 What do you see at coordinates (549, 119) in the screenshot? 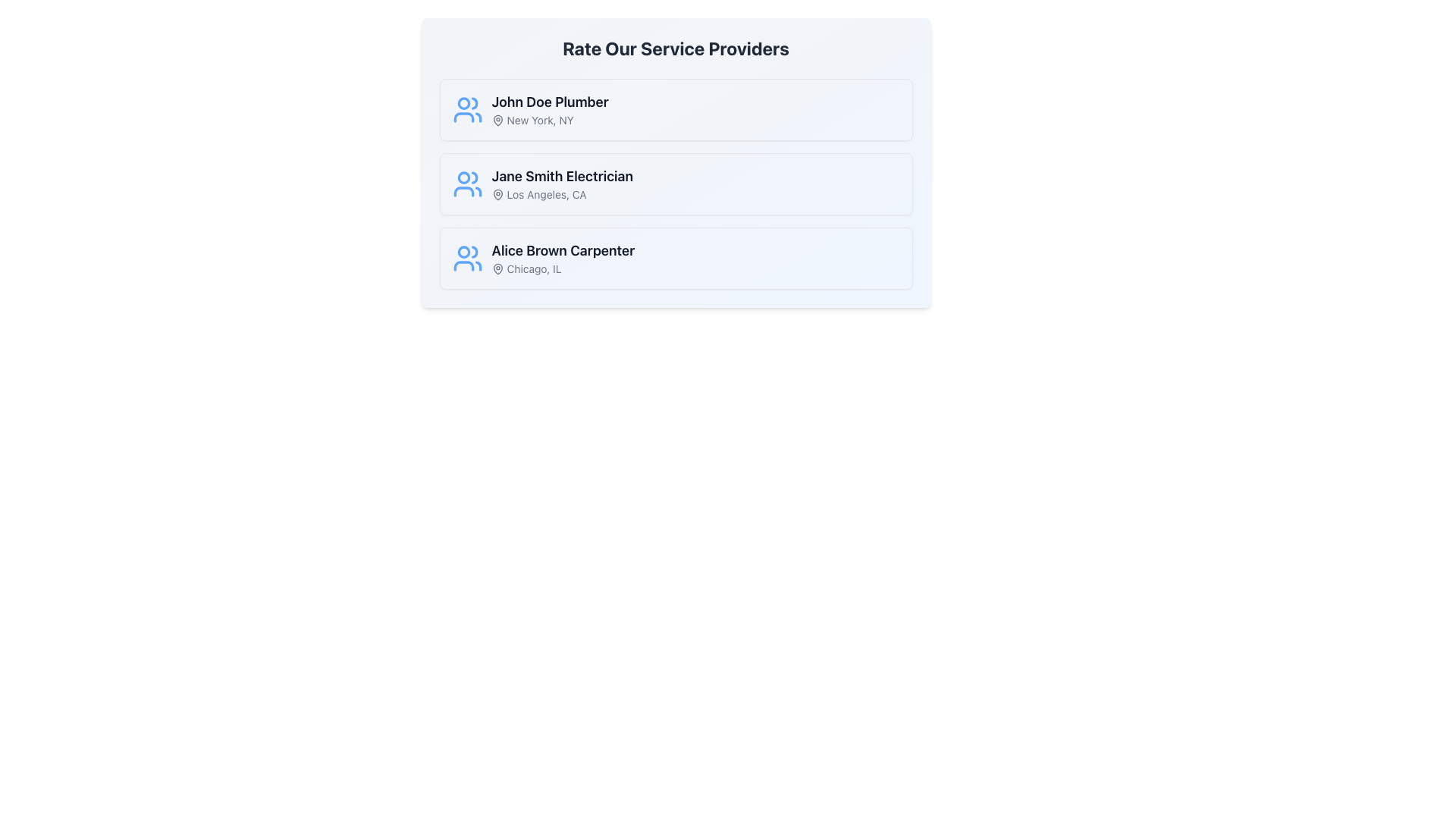
I see `the label indicating the location 'New York, NY' associated with 'John Doe Plumber', which is positioned below the provider's name and to the right of the map pin icon` at bounding box center [549, 119].